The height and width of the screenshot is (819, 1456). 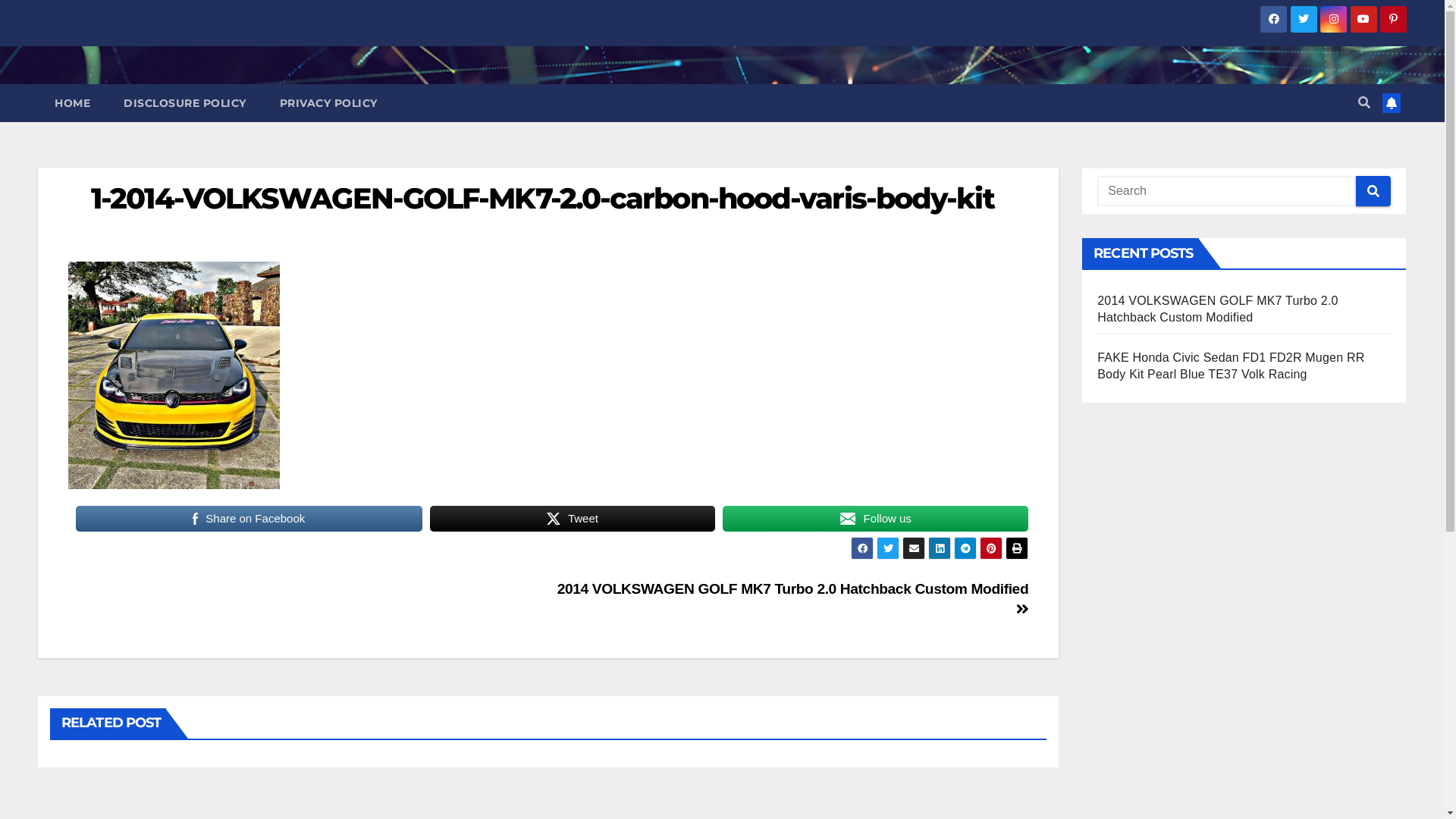 I want to click on 'Follow us', so click(x=875, y=517).